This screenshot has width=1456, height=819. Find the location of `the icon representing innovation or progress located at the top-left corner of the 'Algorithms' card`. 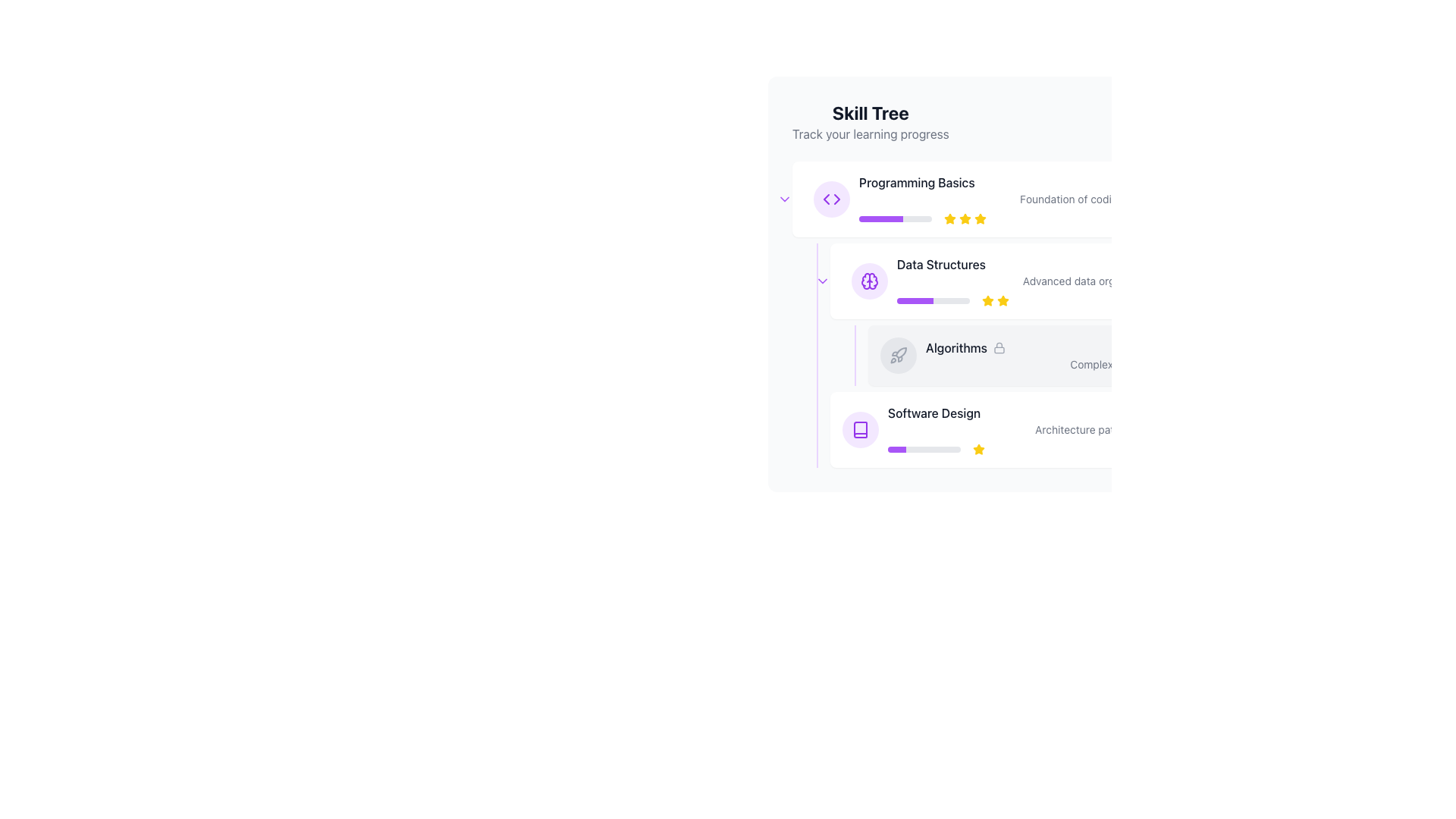

the icon representing innovation or progress located at the top-left corner of the 'Algorithms' card is located at coordinates (899, 356).